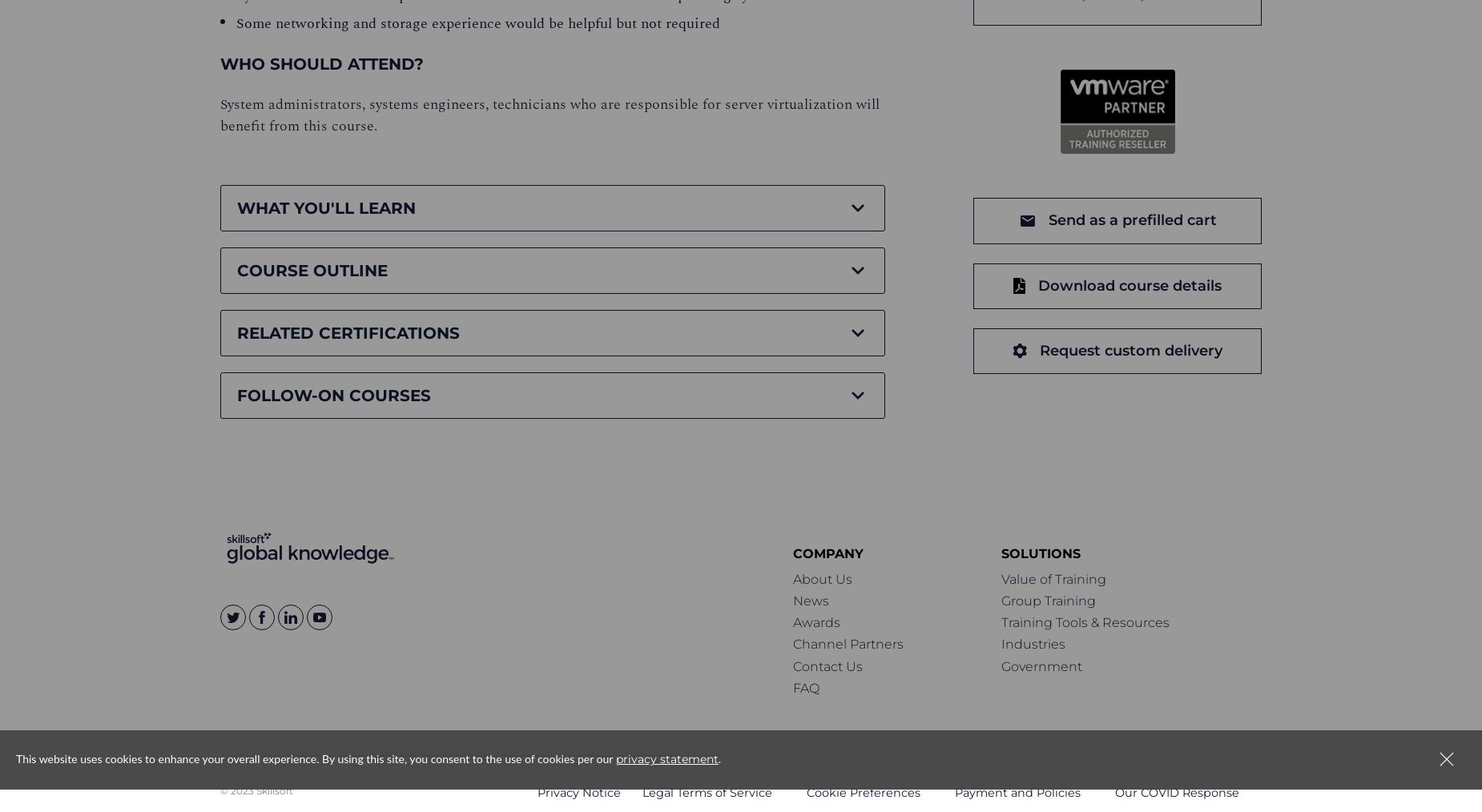 The width and height of the screenshot is (1482, 812). What do you see at coordinates (1132, 219) in the screenshot?
I see `'Send as a prefilled cart'` at bounding box center [1132, 219].